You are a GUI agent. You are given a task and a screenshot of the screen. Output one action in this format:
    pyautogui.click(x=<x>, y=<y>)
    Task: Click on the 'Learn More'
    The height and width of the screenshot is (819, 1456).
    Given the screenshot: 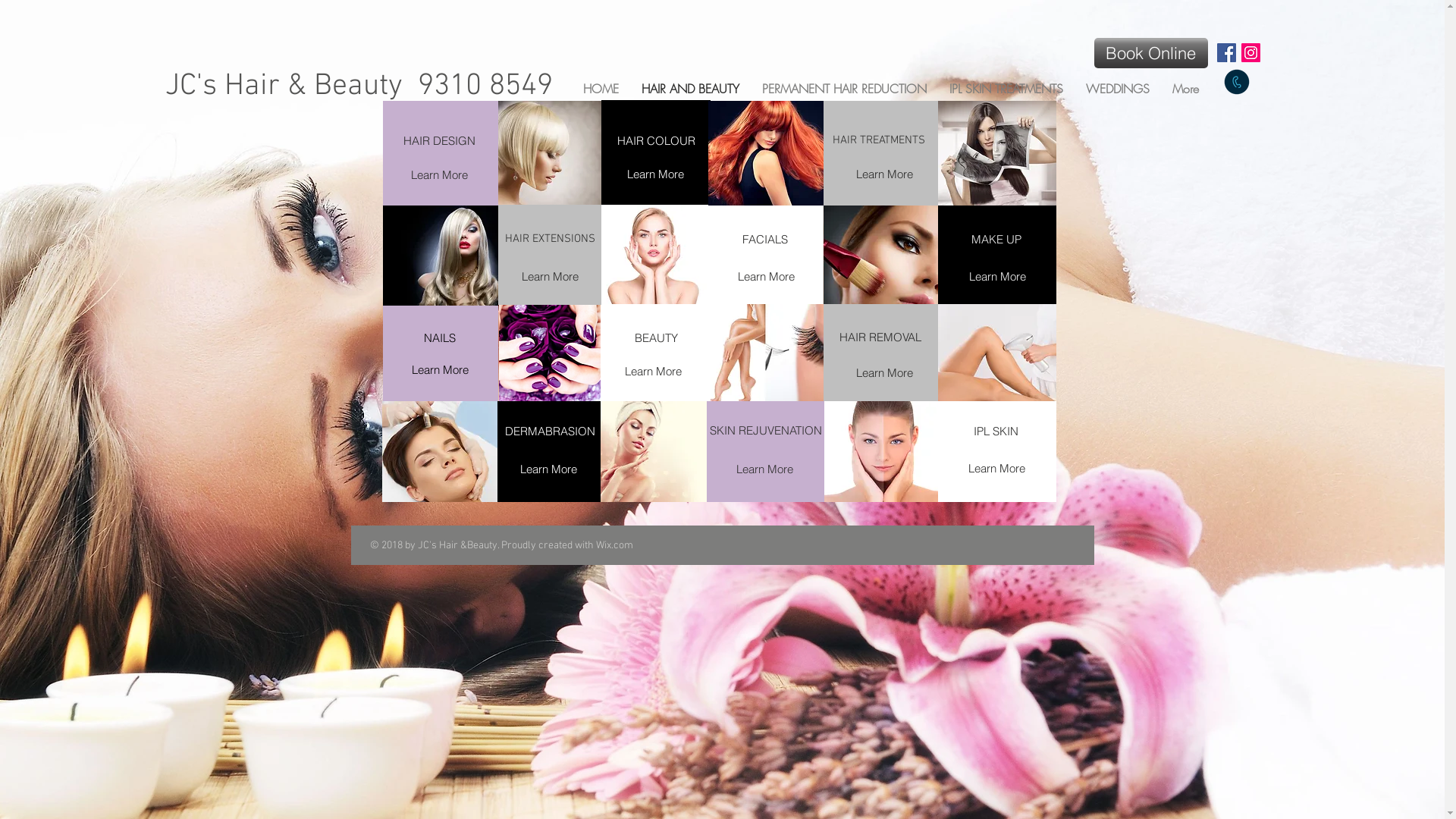 What is the action you would take?
    pyautogui.click(x=396, y=174)
    